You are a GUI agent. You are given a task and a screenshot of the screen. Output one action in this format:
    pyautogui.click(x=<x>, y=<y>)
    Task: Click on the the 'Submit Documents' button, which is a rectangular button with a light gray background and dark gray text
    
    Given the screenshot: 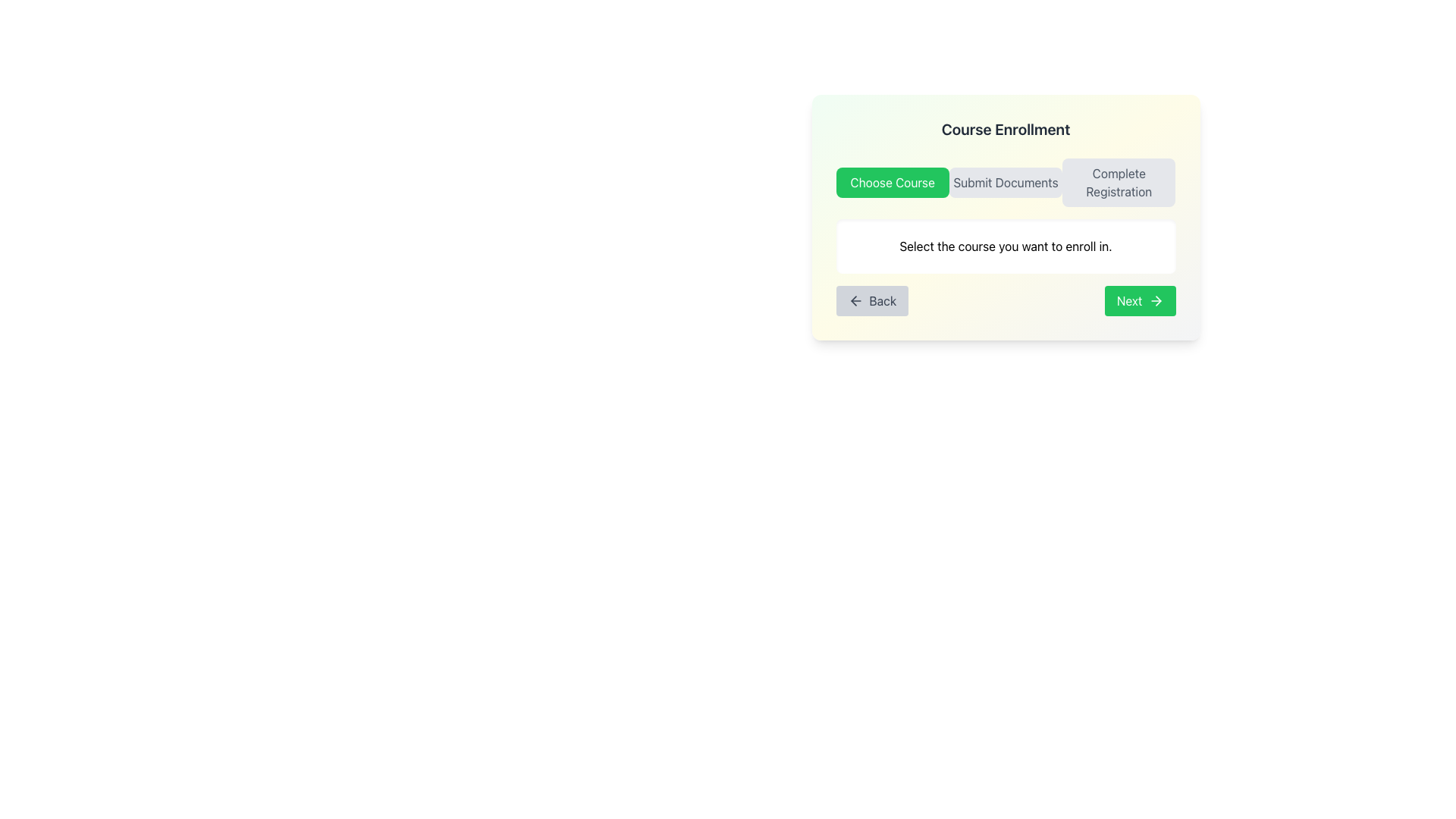 What is the action you would take?
    pyautogui.click(x=1006, y=181)
    